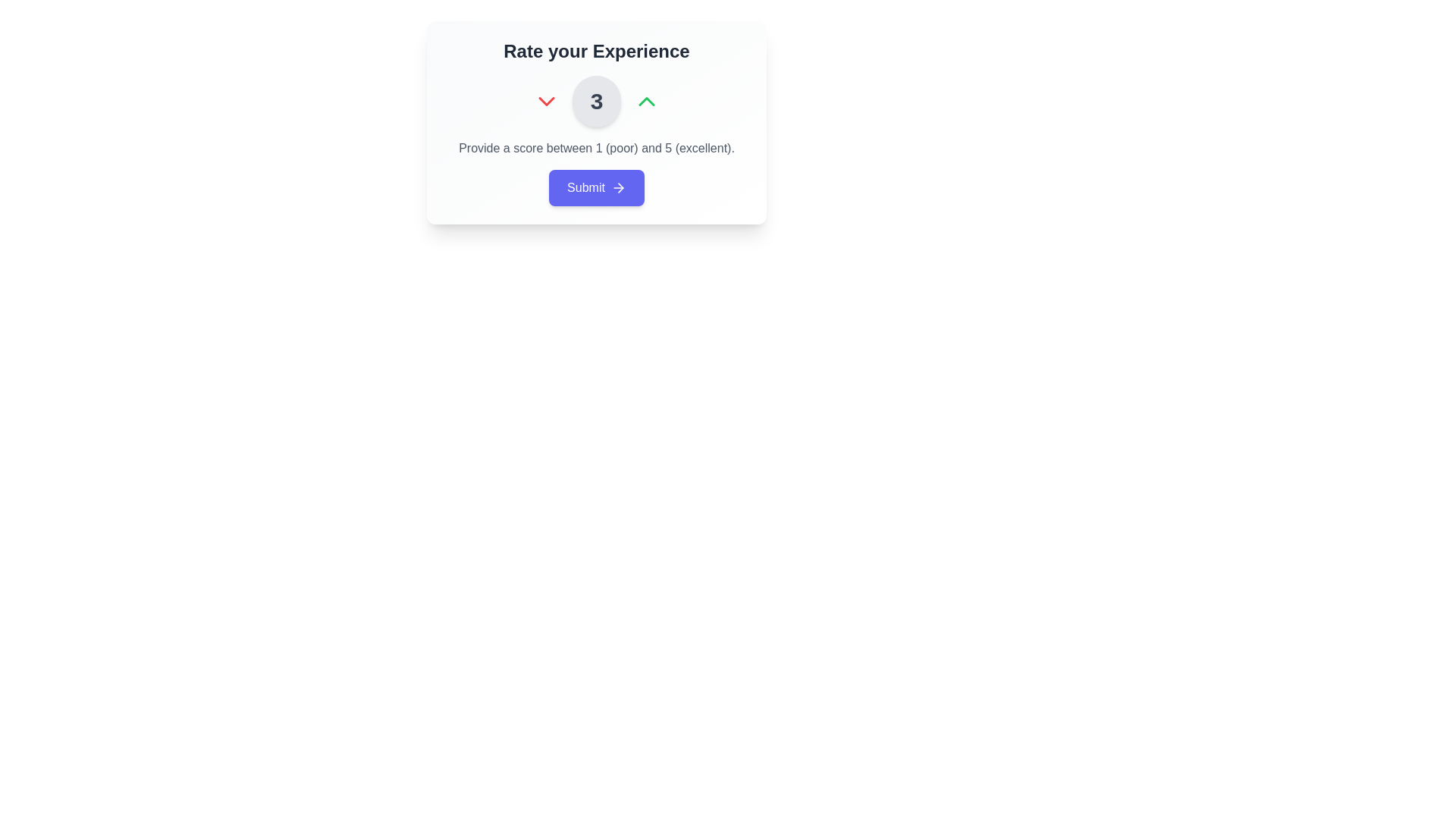  What do you see at coordinates (546, 102) in the screenshot?
I see `the downward arrow icon button located to the left of the numeral '3' to observe a color change` at bounding box center [546, 102].